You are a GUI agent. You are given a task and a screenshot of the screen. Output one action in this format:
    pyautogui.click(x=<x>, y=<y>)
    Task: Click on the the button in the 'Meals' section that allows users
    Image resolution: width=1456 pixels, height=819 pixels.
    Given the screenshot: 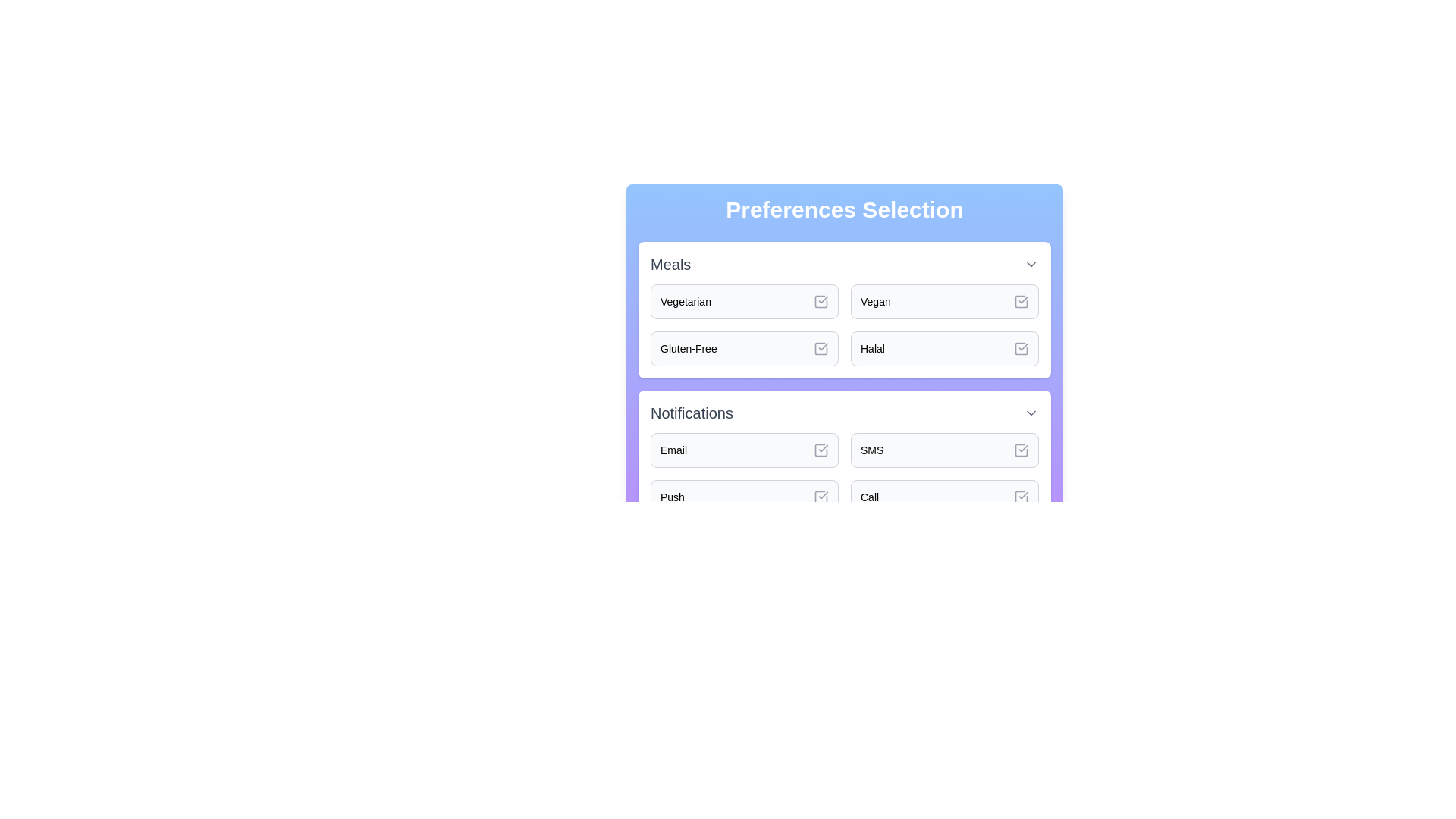 What is the action you would take?
    pyautogui.click(x=944, y=348)
    